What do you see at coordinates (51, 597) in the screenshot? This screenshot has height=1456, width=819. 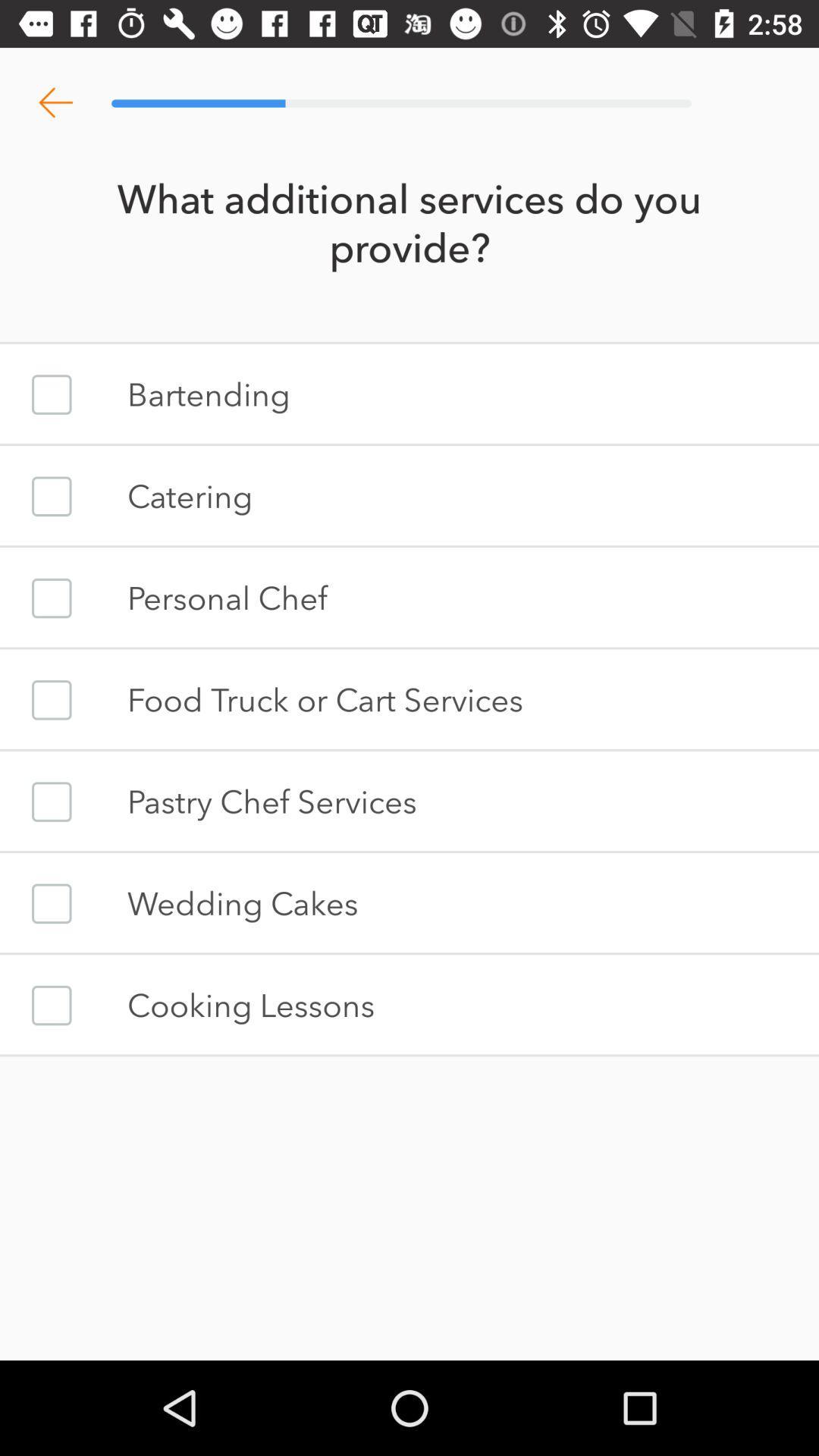 I see `the third check box of the page` at bounding box center [51, 597].